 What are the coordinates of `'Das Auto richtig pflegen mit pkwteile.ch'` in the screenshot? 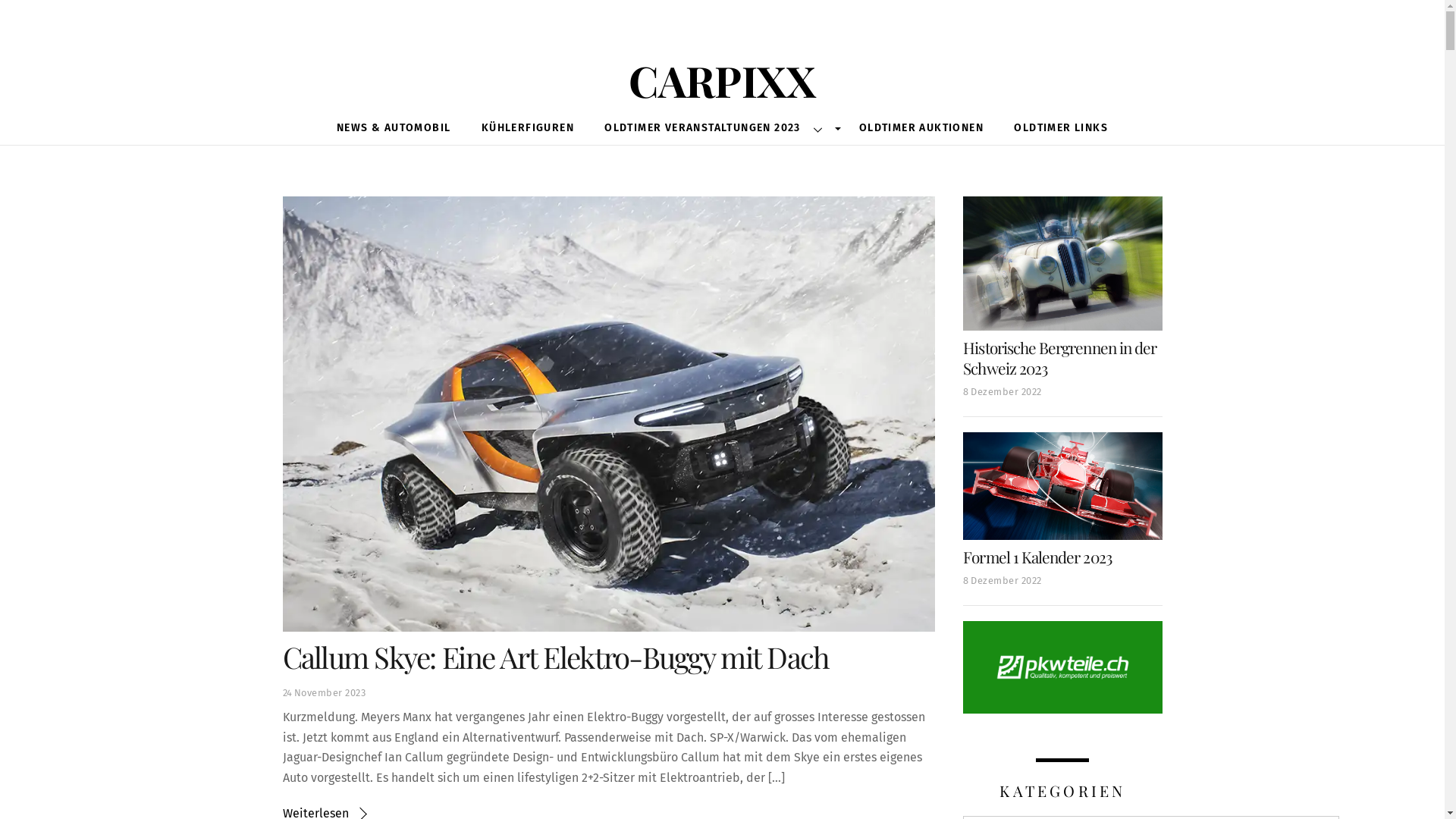 It's located at (1062, 666).